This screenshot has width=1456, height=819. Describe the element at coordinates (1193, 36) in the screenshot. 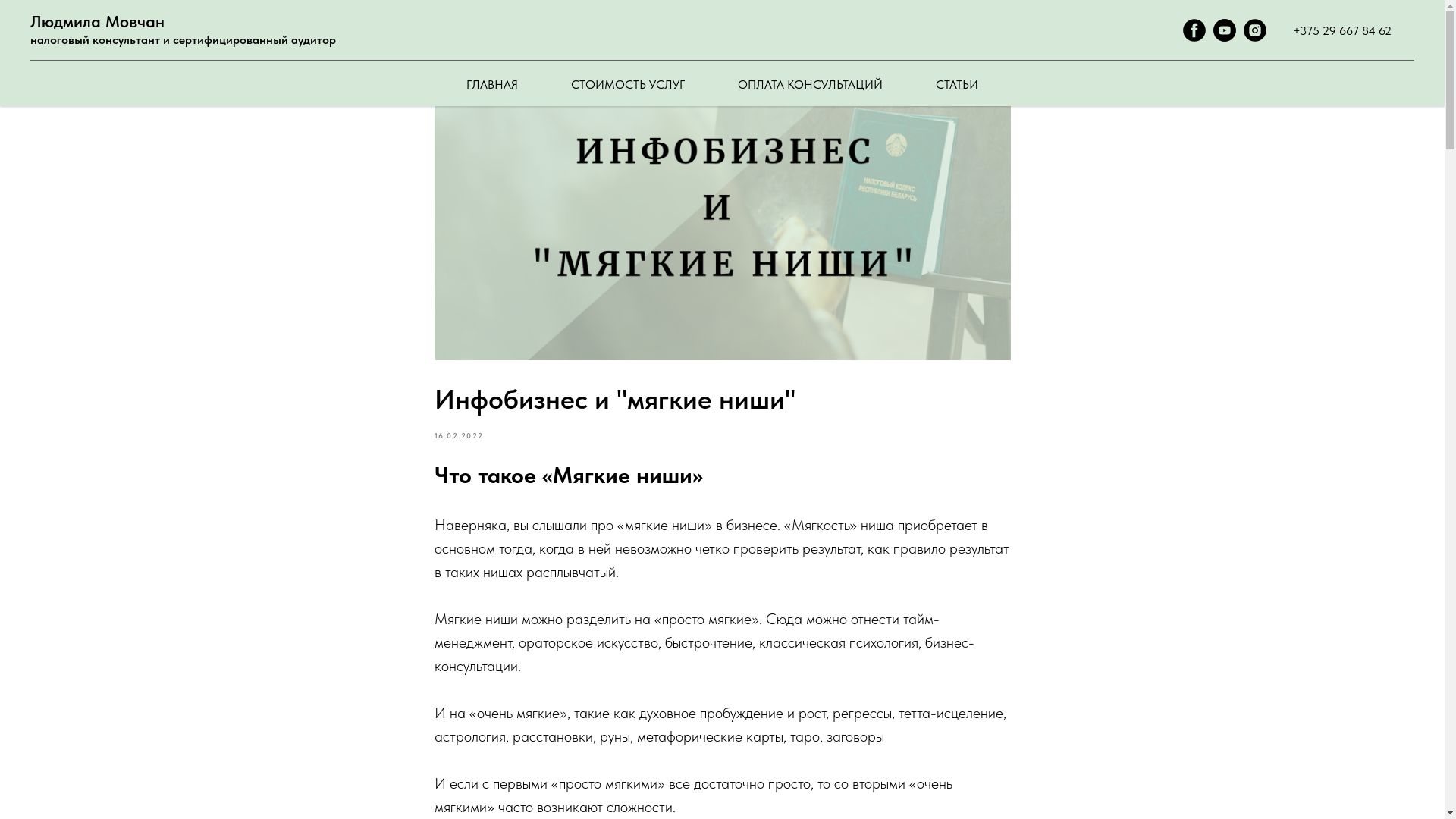

I see `'Facebook'` at that location.